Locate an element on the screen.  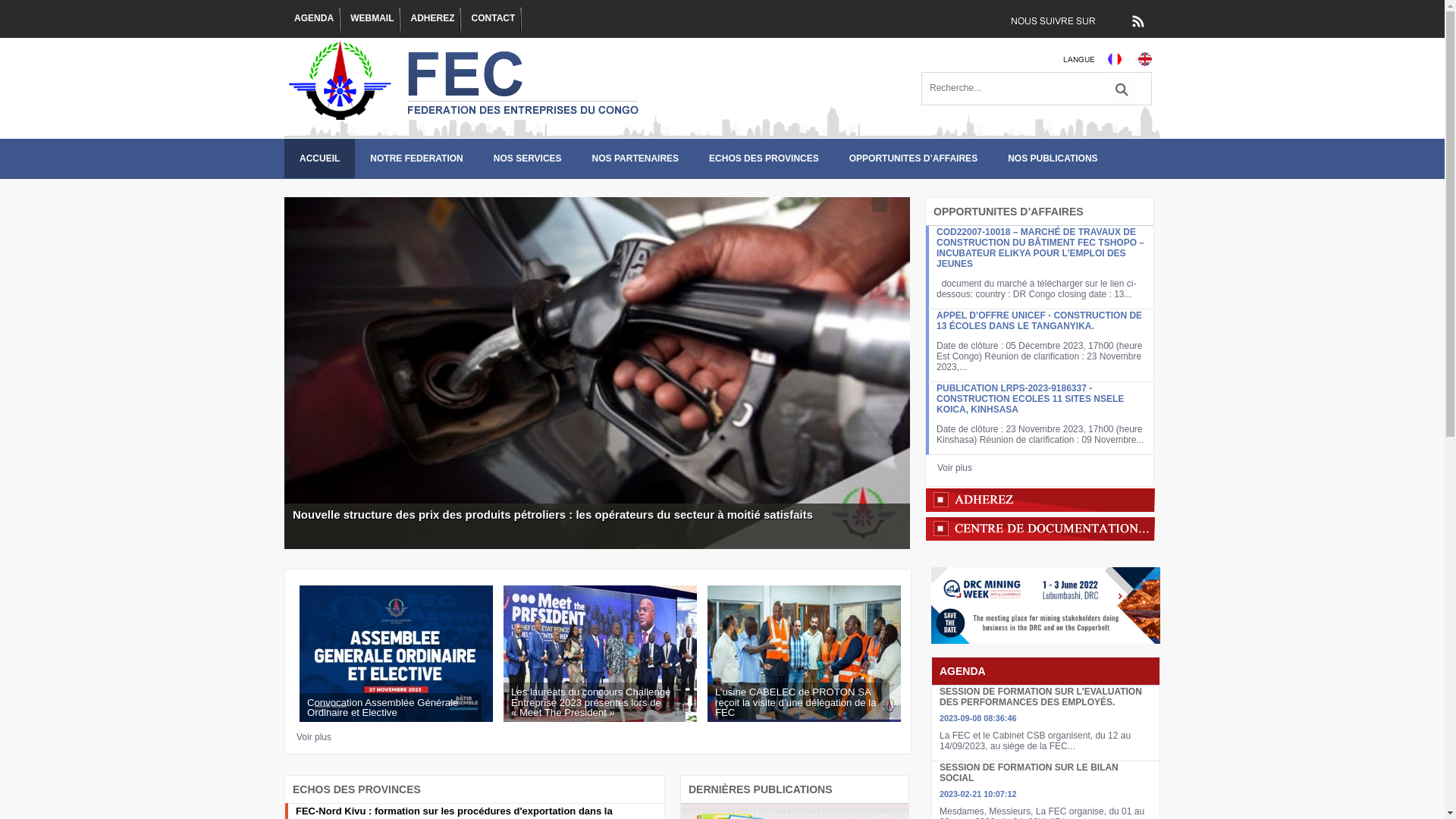
'ECHOS DES PROVINCES' is located at coordinates (764, 158).